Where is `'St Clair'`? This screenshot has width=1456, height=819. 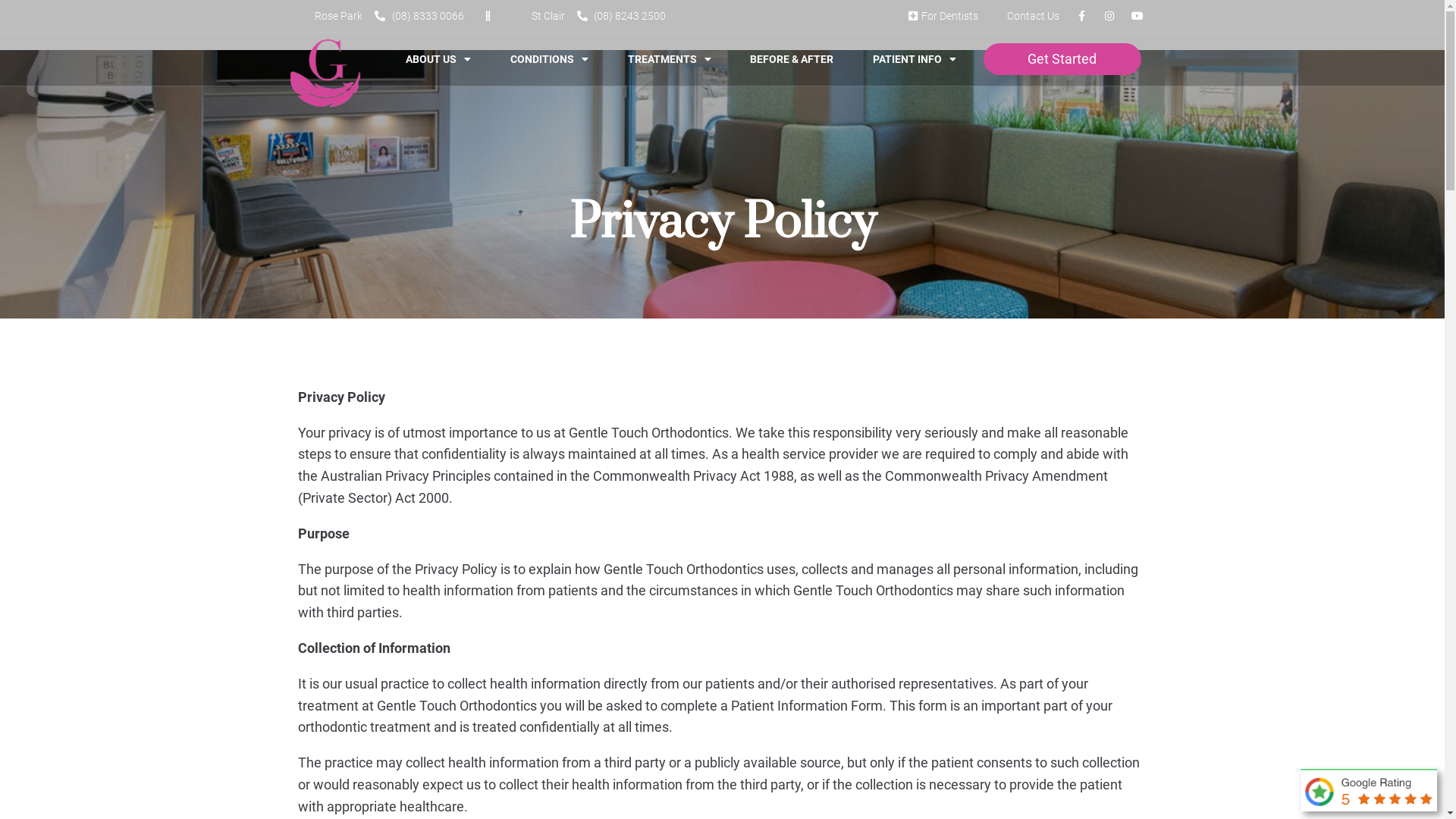 'St Clair' is located at coordinates (539, 15).